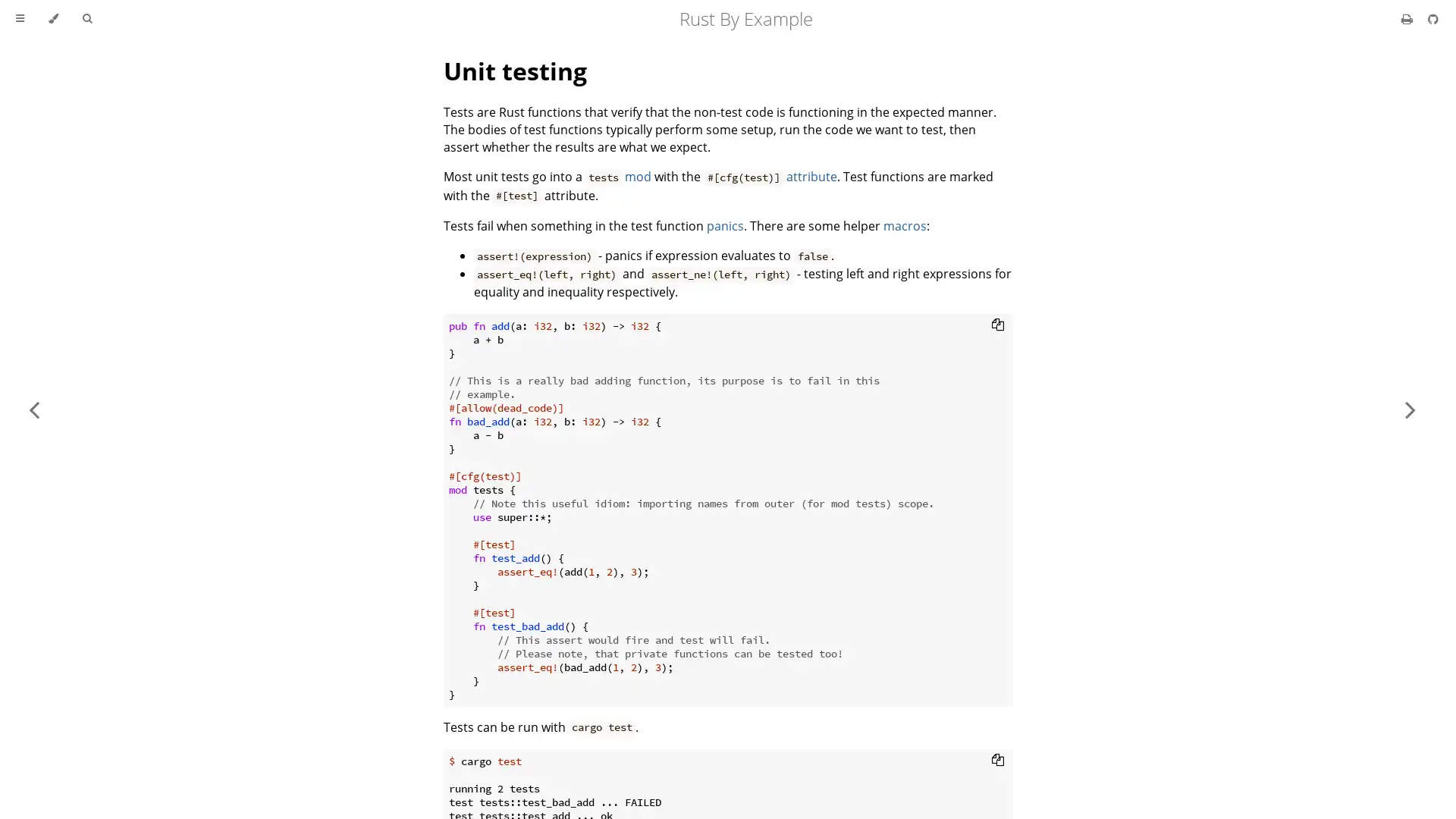 This screenshot has width=1456, height=819. Describe the element at coordinates (997, 323) in the screenshot. I see `Copy to clipboard` at that location.